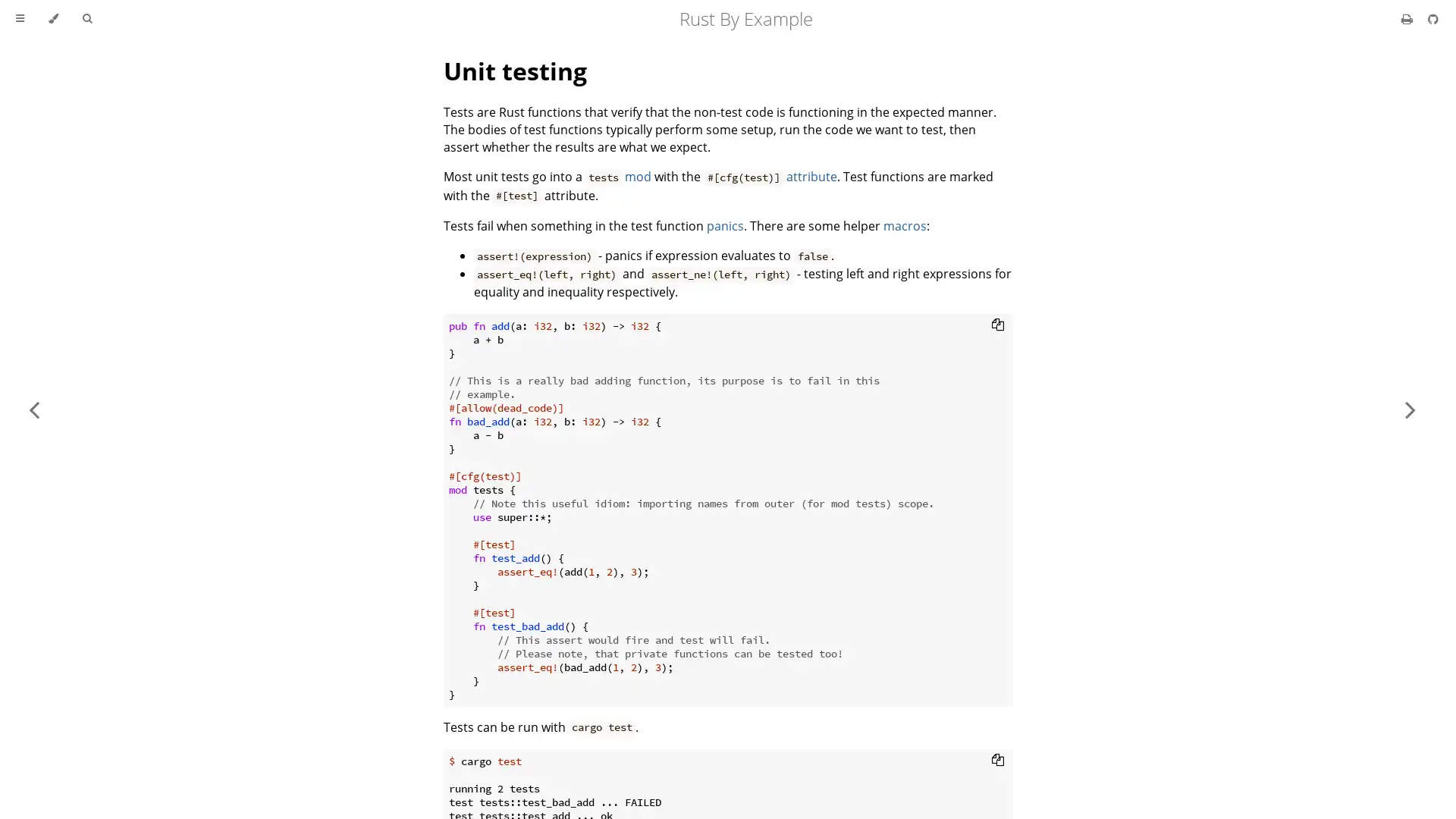 This screenshot has width=1456, height=819. Describe the element at coordinates (997, 323) in the screenshot. I see `Copy to clipboard` at that location.